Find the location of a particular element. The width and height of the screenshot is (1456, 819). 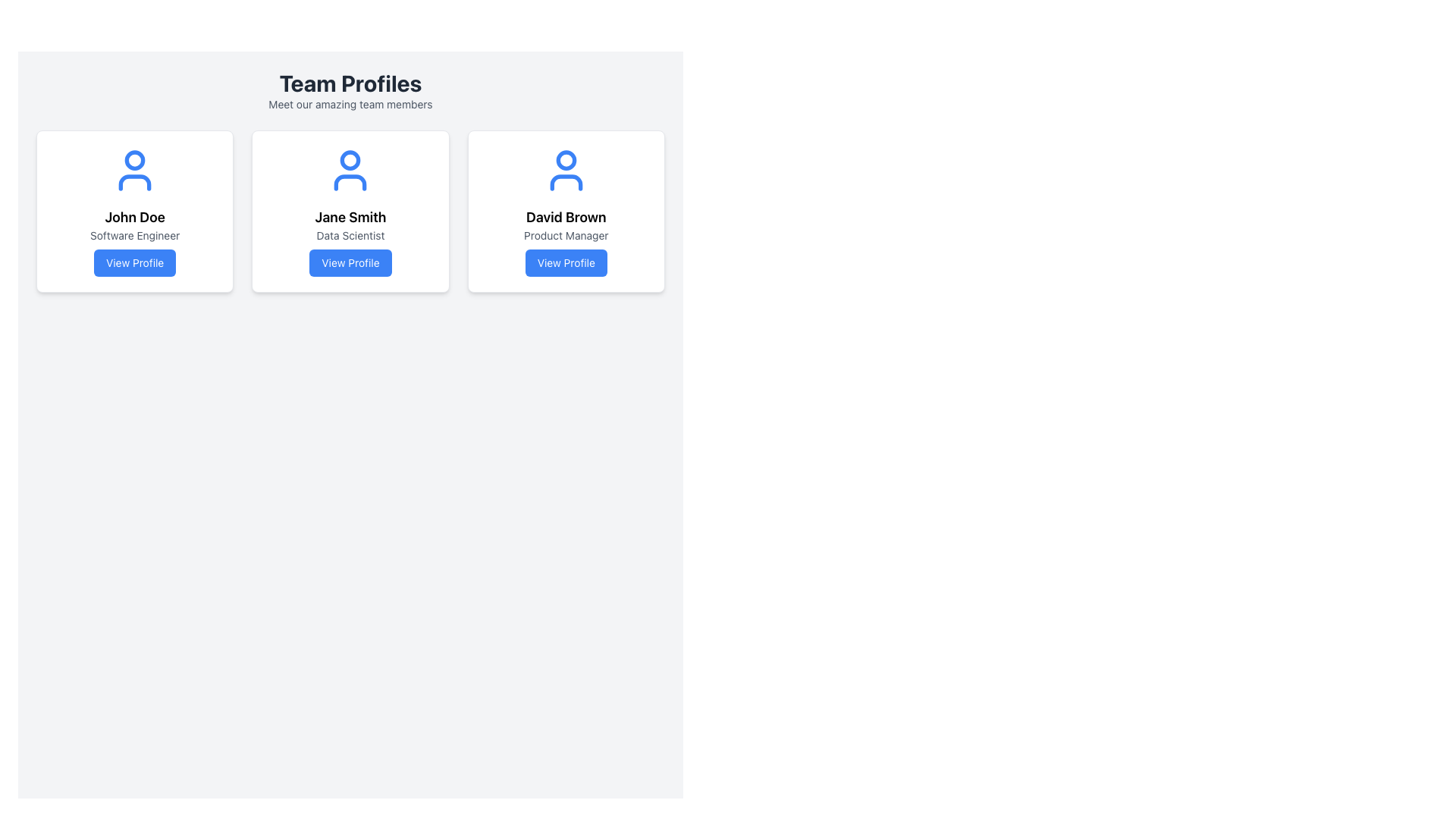

the lower part of the SVG user profile icon representing 'David Brown' in the profile card is located at coordinates (565, 181).